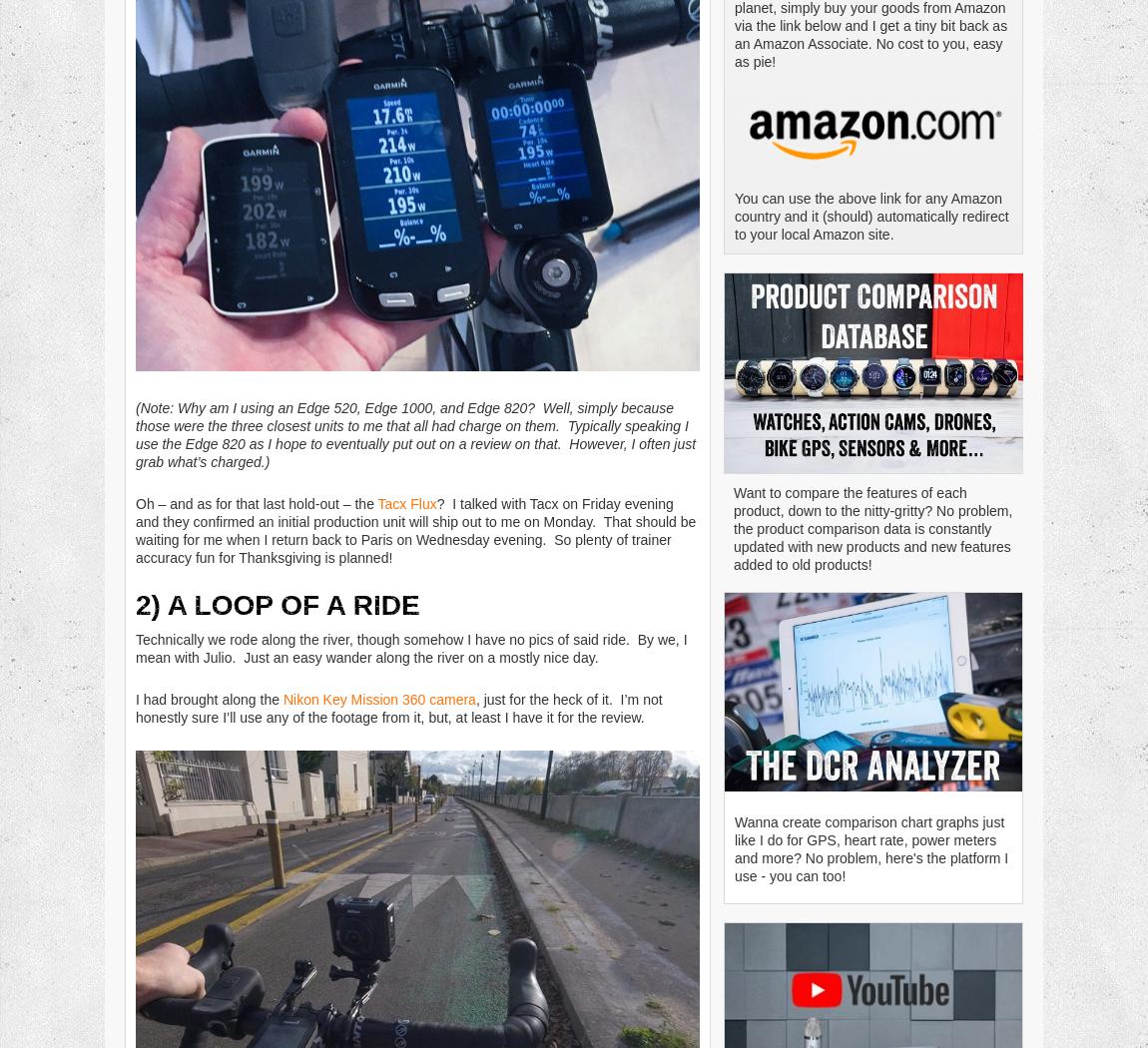 The height and width of the screenshot is (1048, 1148). Describe the element at coordinates (256, 502) in the screenshot. I see `'Oh – and as for that last hold-out – the'` at that location.